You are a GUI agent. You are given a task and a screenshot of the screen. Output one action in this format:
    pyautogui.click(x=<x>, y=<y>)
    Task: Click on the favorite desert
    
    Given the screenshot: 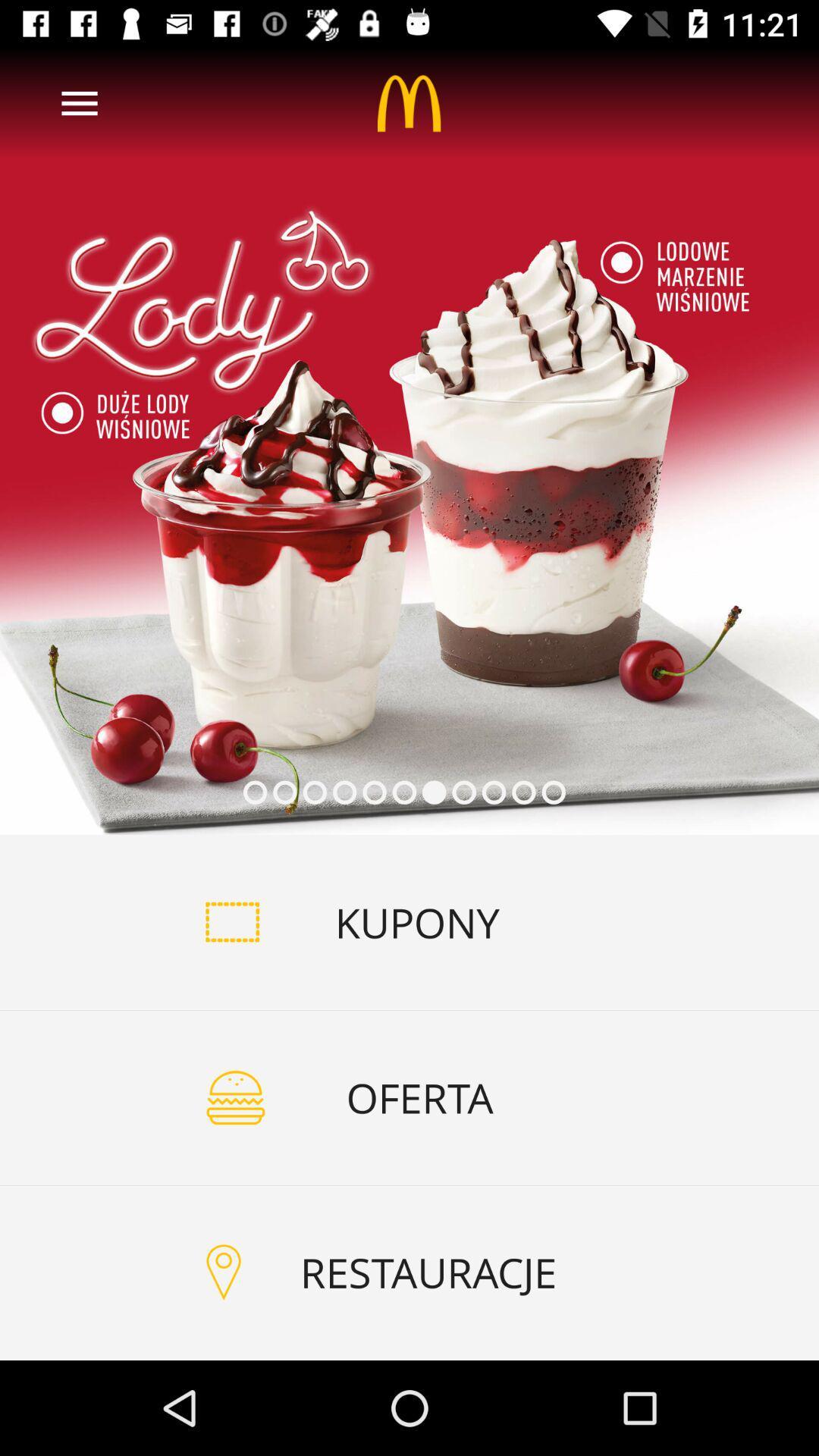 What is the action you would take?
    pyautogui.click(x=409, y=440)
    